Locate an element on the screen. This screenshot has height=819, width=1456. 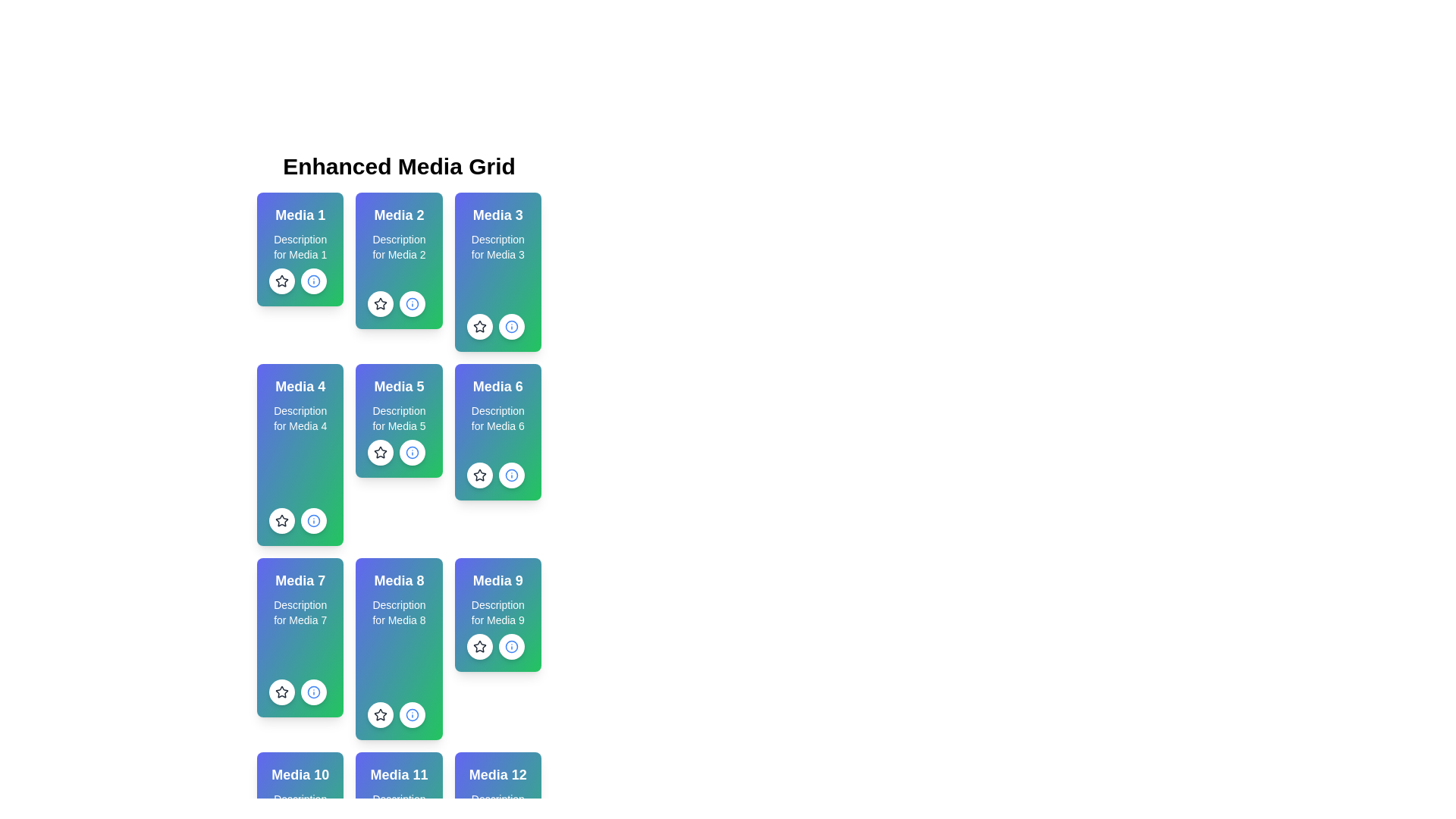
the star icon button in the 'Media 7' card, located in the second last row of the grid, to potentially reveal a tooltip is located at coordinates (282, 692).